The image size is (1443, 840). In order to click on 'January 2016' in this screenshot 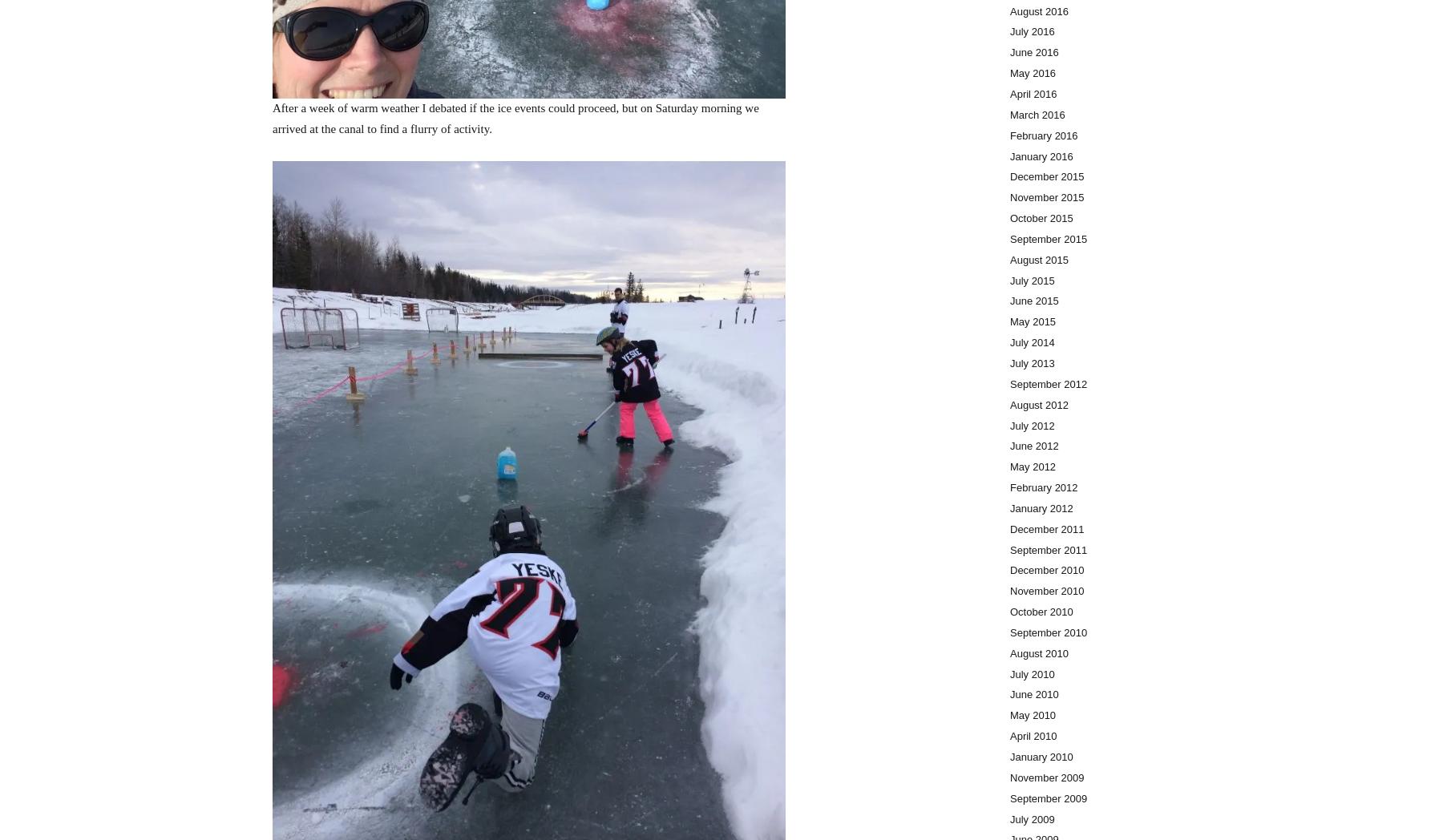, I will do `click(1041, 155)`.